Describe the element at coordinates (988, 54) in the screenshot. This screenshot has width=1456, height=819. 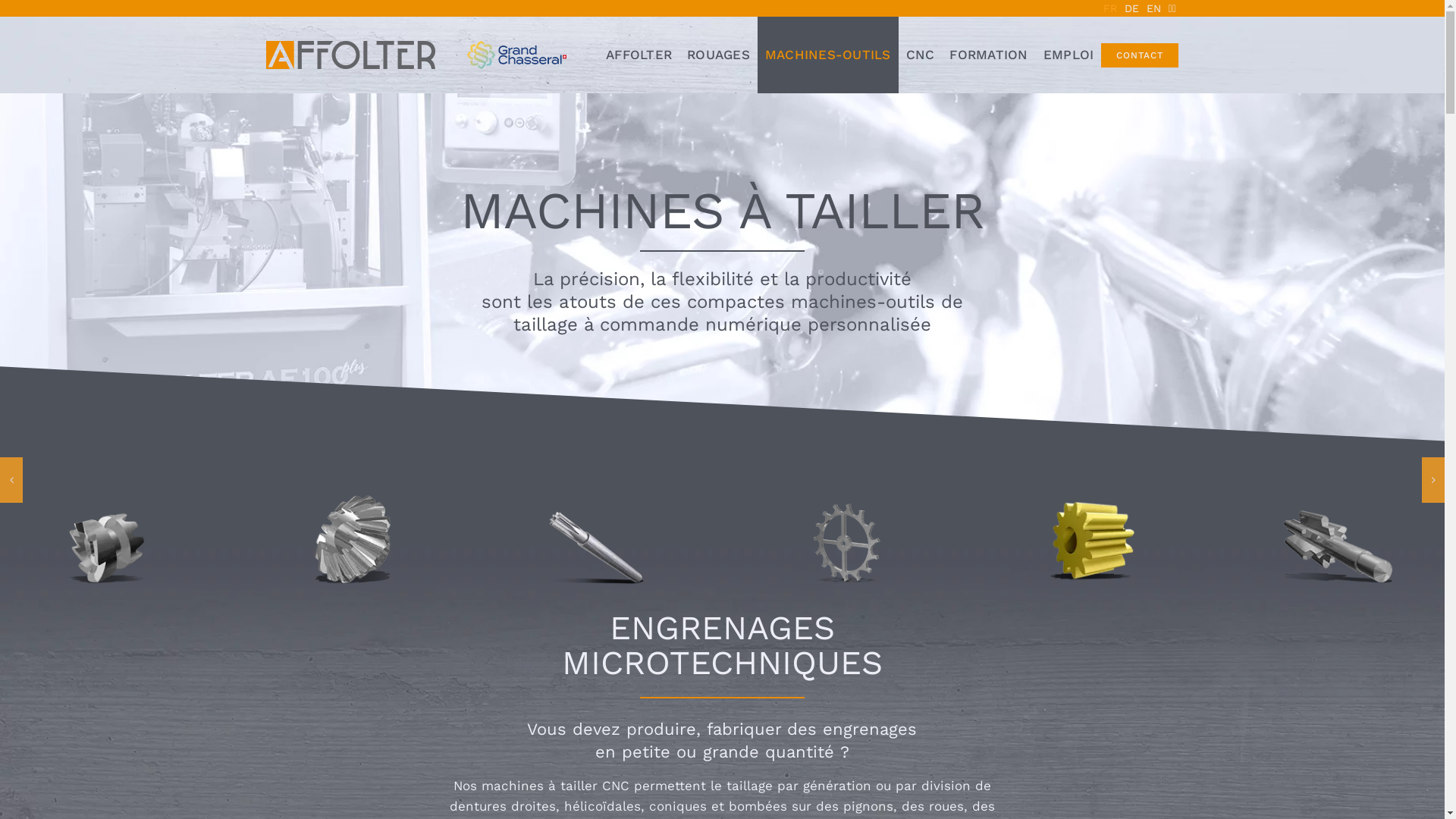
I see `'FORMATION'` at that location.